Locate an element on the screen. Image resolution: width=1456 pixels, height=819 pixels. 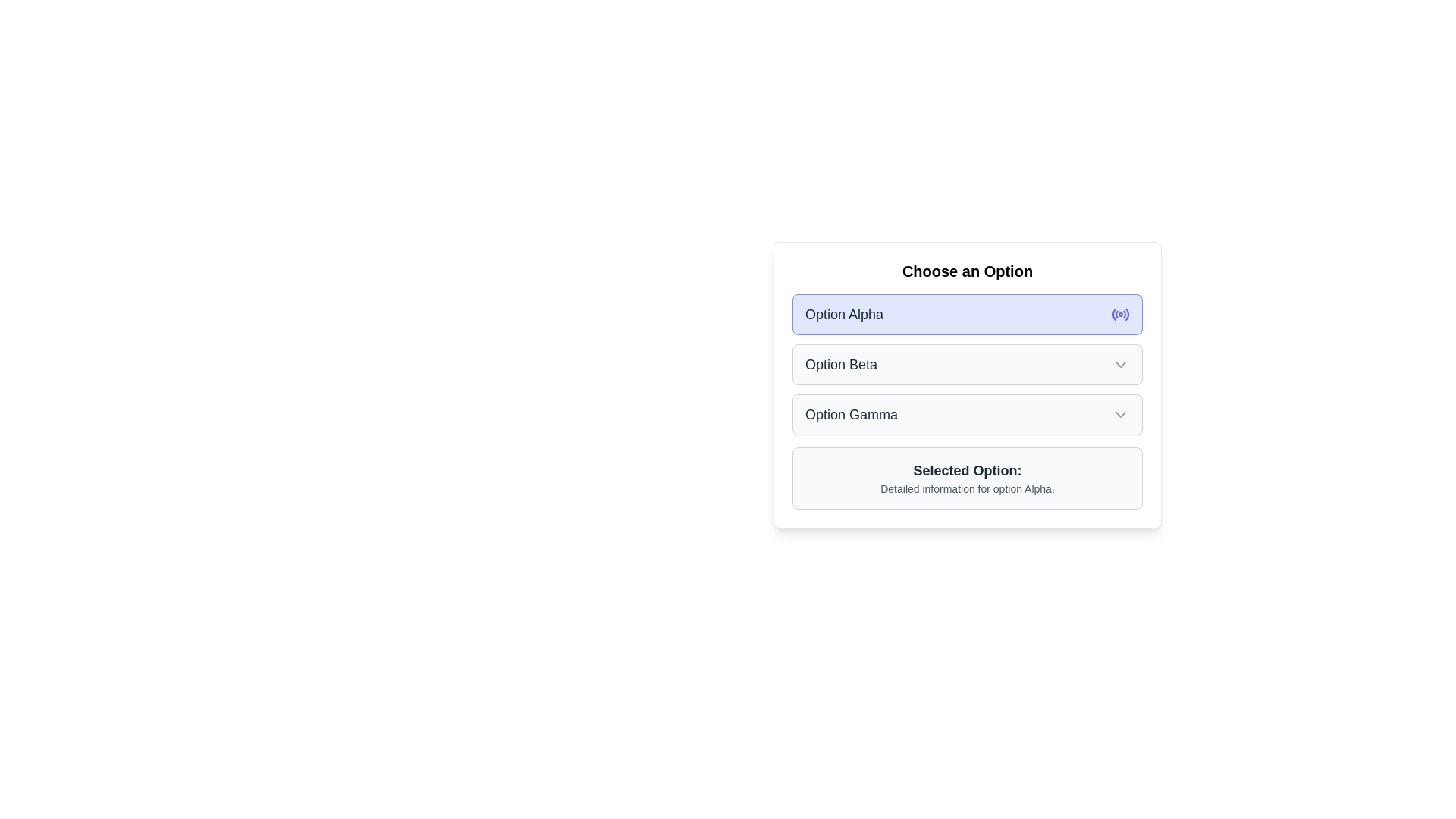
the second option labeled 'Option Beta' in the Interactive selection card with stacked options and a display section is located at coordinates (967, 384).